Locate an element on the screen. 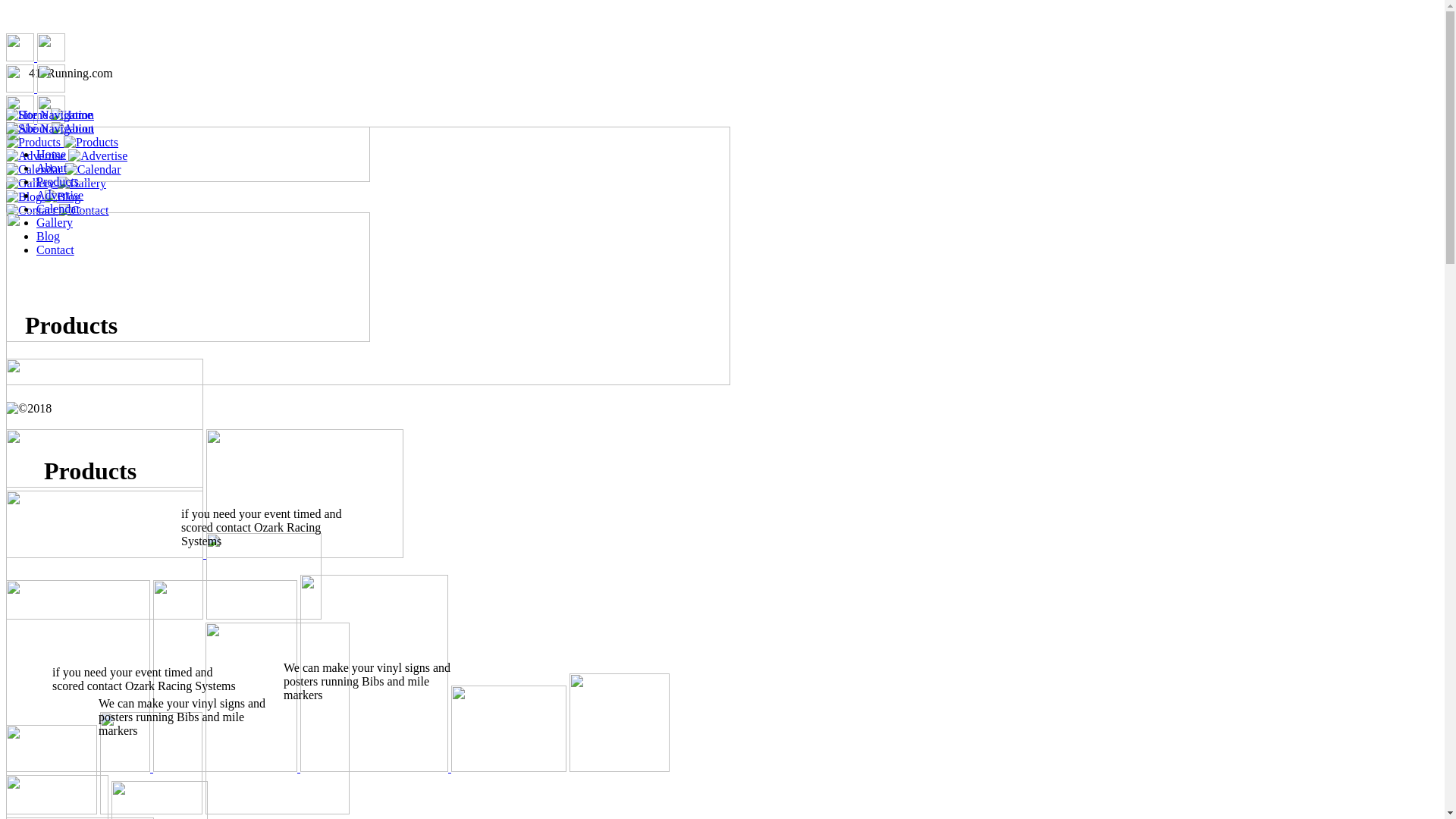 This screenshot has width=1456, height=819. 'Contact' is located at coordinates (55, 249).